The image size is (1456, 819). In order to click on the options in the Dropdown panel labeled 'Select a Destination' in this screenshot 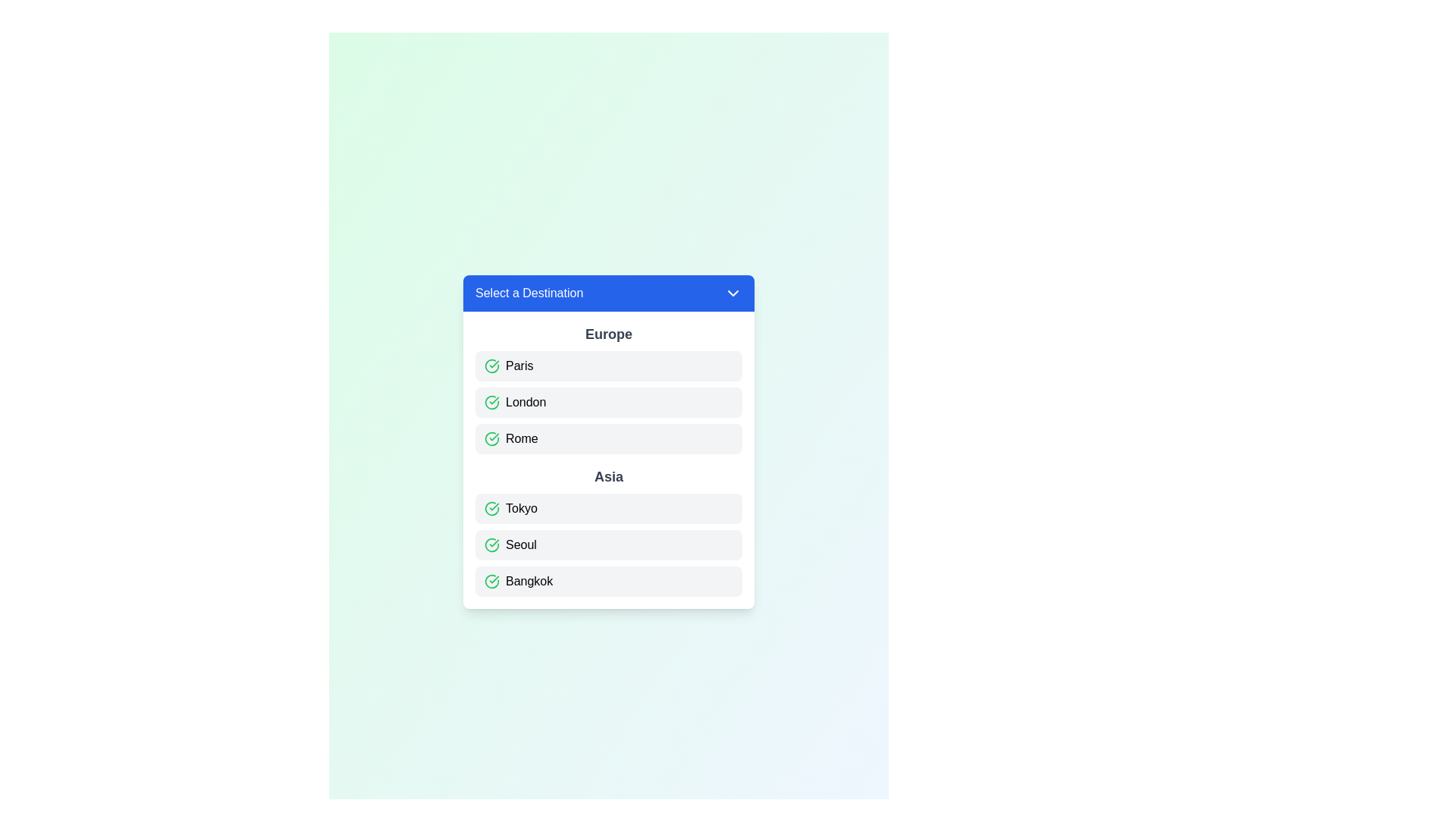, I will do `click(608, 441)`.